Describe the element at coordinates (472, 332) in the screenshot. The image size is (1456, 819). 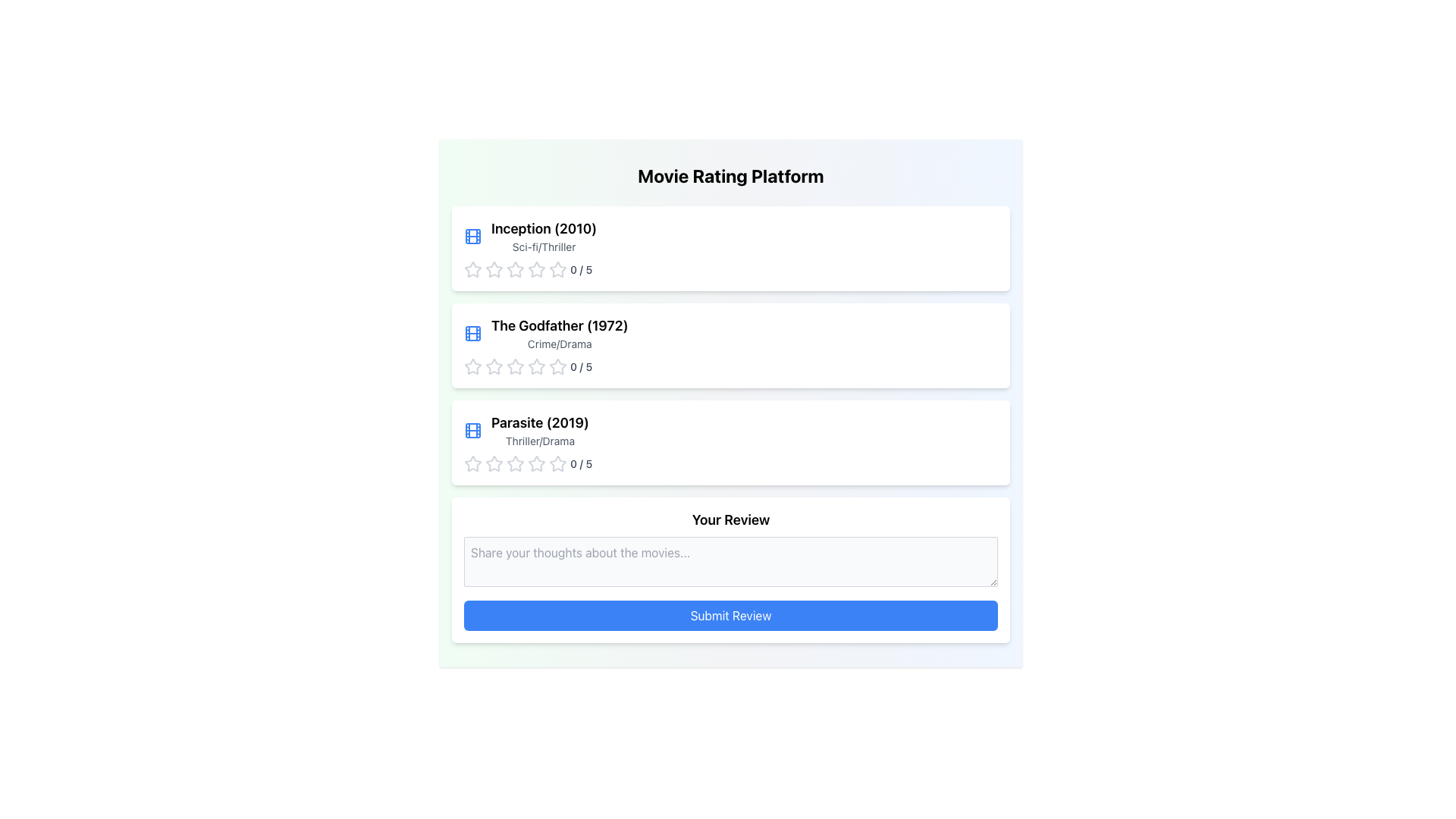
I see `the icon representing the movie entry for 'The Godfather (1972)', which is located in the second entry of a vertical list of movie items` at that location.